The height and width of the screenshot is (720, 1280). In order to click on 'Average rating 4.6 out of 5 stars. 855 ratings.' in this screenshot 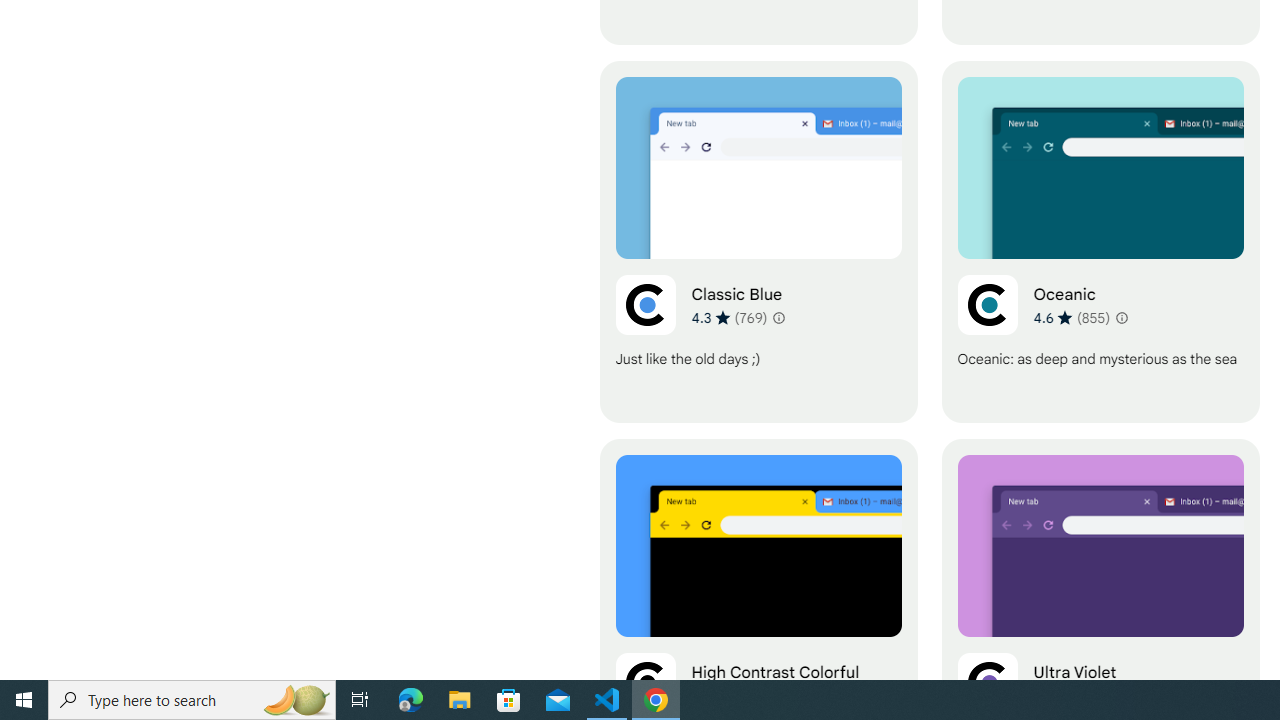, I will do `click(1071, 316)`.